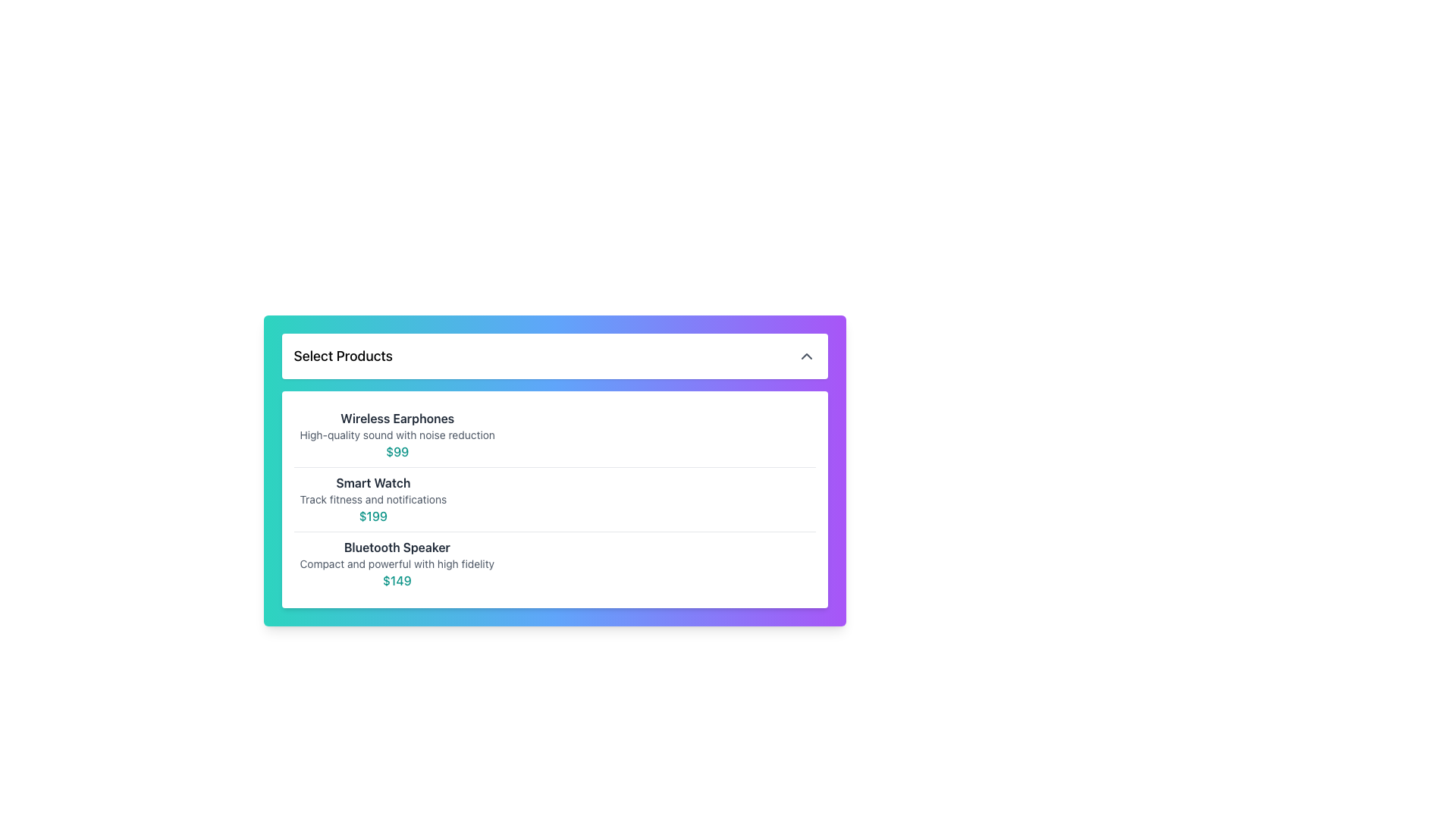  I want to click on the Text Label that serves as a title for the product 'Wireless Earphones' located at the top of the 'Select Products' section, so click(397, 418).